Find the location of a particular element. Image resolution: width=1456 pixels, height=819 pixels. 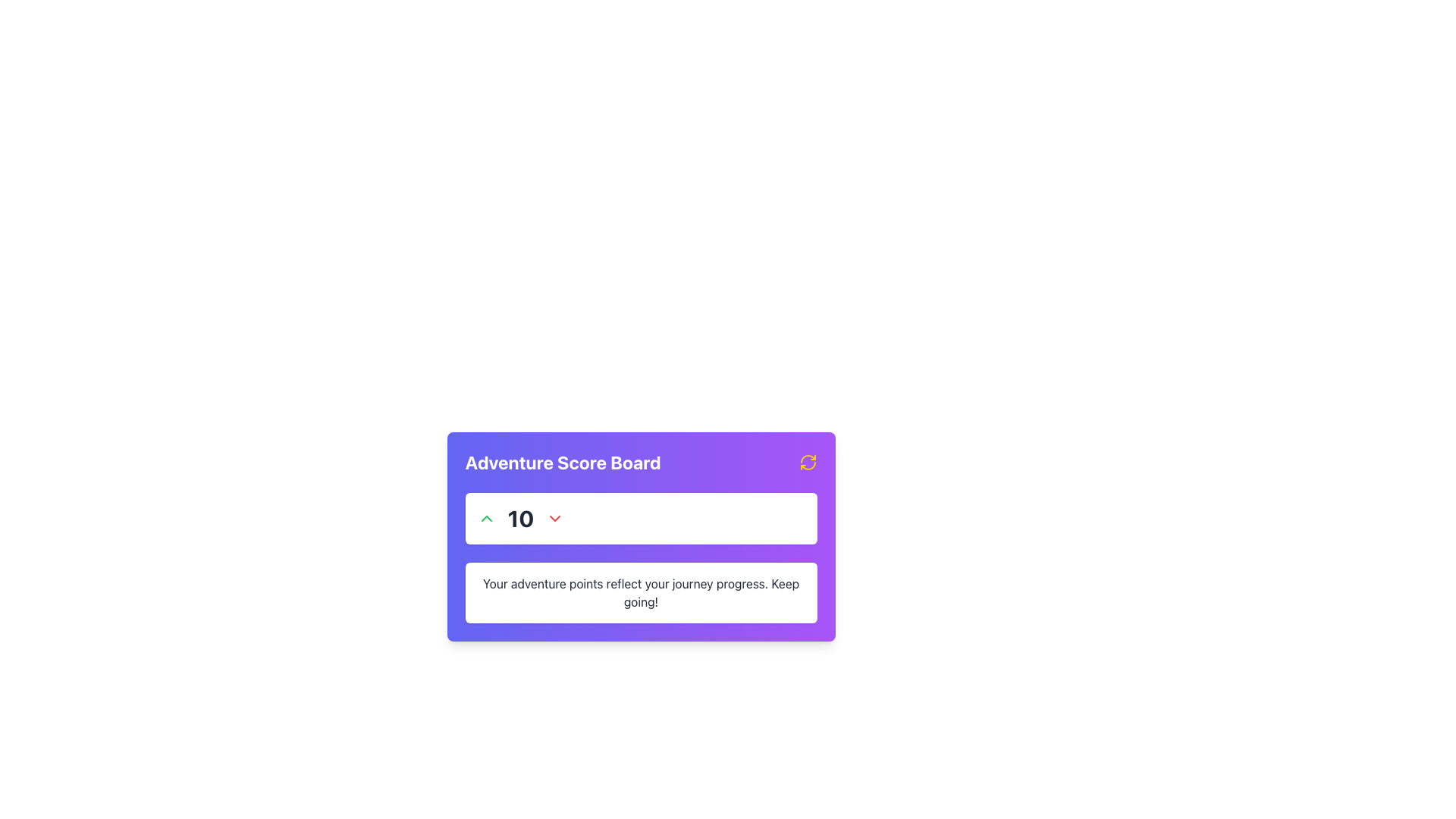

text from the Message box located within the 'Adventure Score Board' widget, positioned directly below the score display showing '10' is located at coordinates (641, 592).